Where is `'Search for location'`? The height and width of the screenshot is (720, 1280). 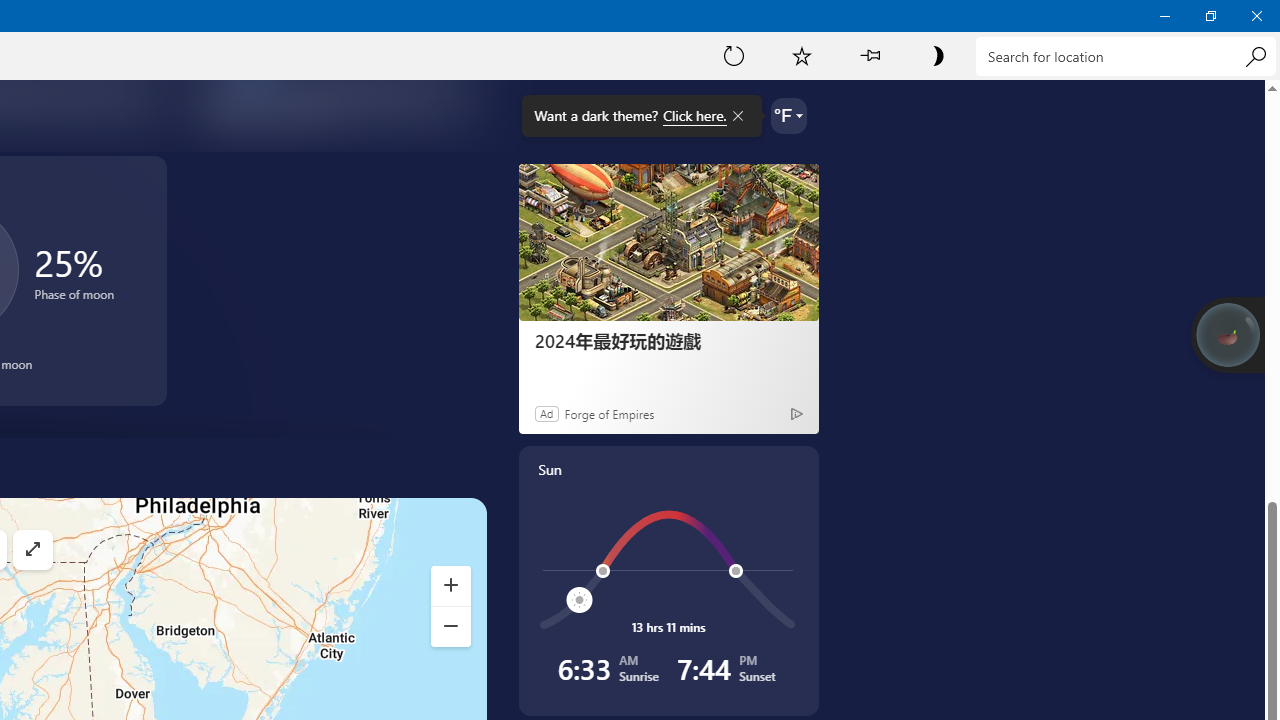
'Search for location' is located at coordinates (1125, 55).